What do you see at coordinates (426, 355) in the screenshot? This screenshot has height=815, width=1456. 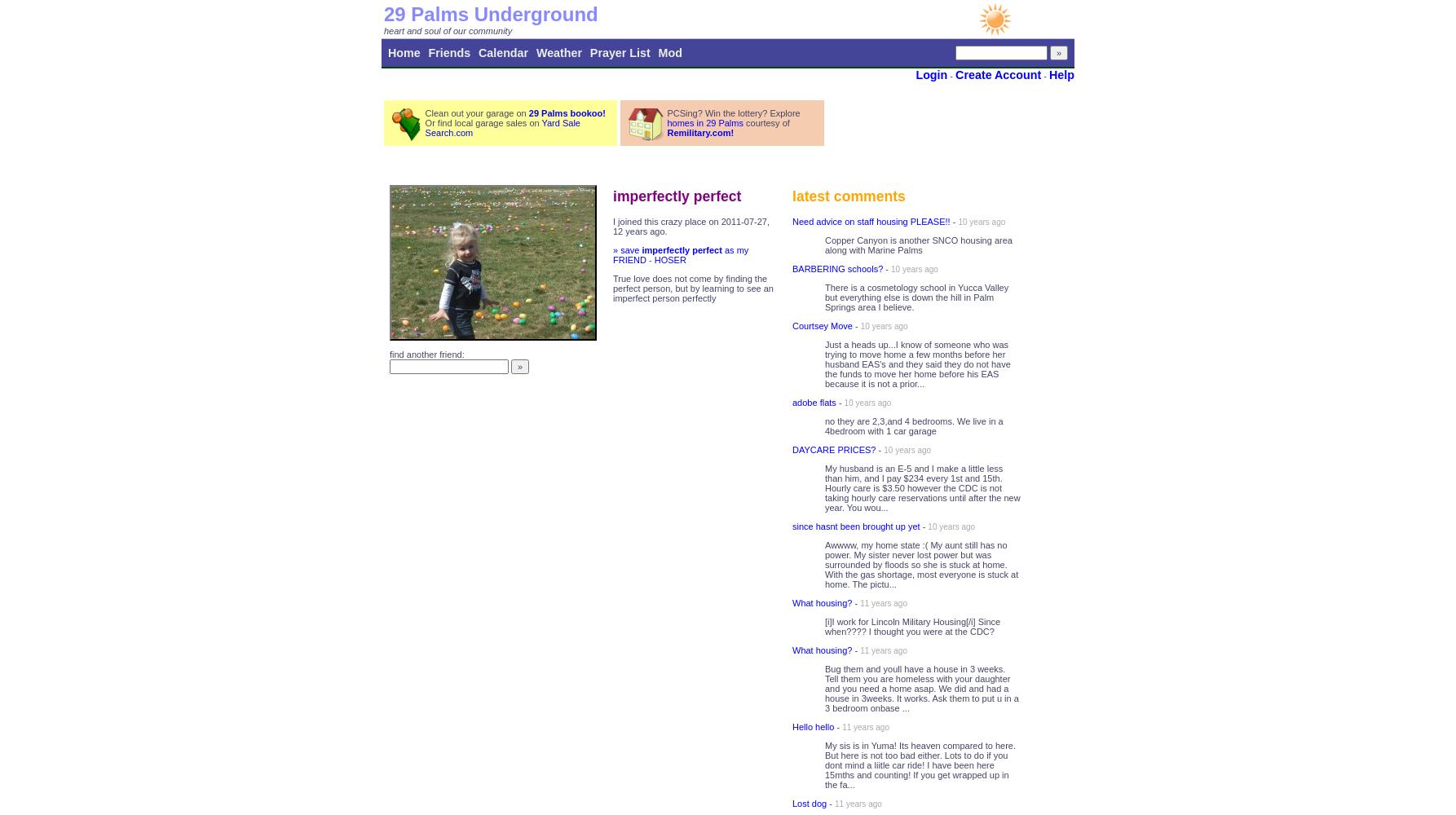 I see `'find another friend:'` at bounding box center [426, 355].